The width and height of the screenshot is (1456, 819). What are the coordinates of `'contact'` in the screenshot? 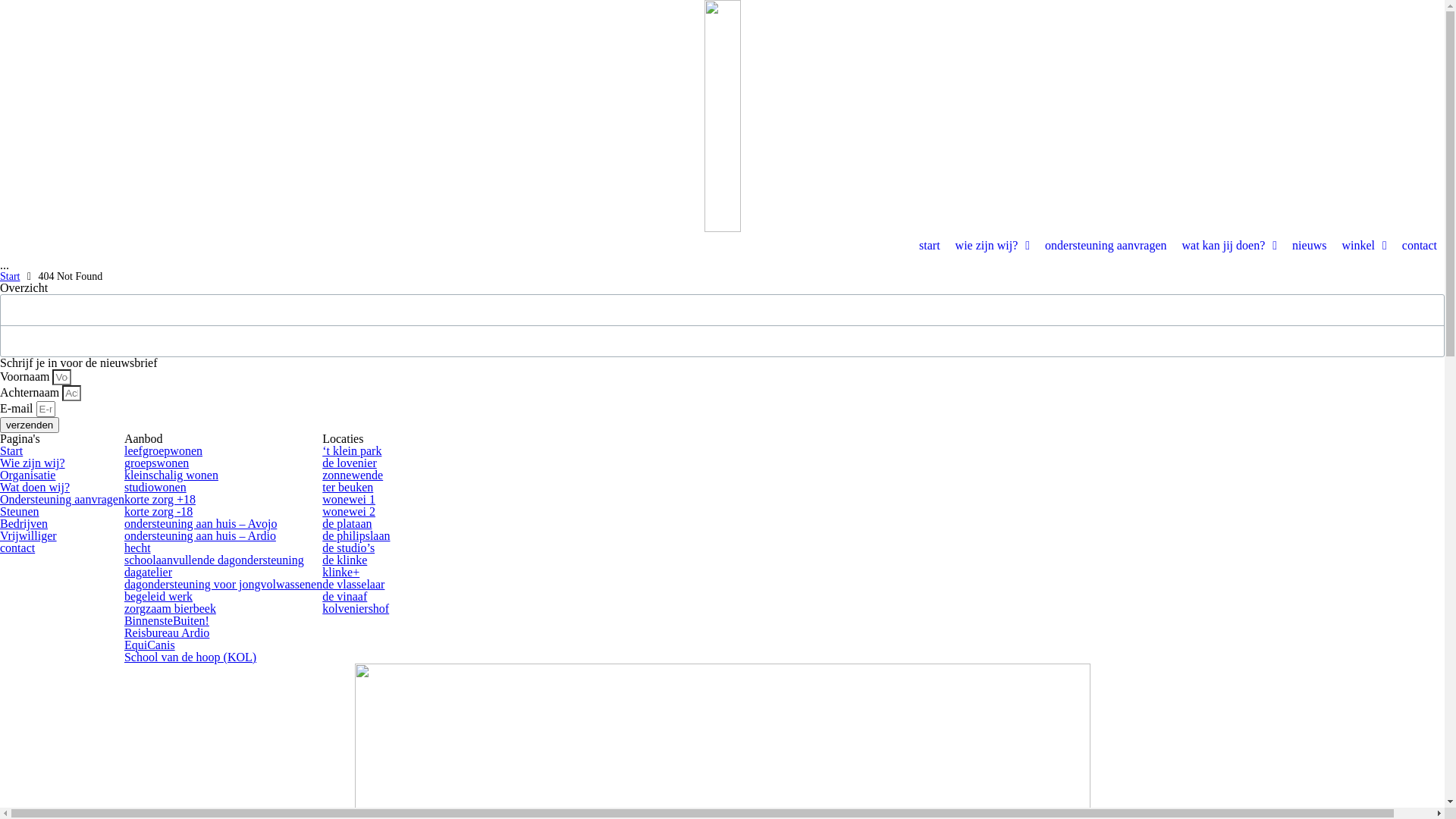 It's located at (1419, 245).